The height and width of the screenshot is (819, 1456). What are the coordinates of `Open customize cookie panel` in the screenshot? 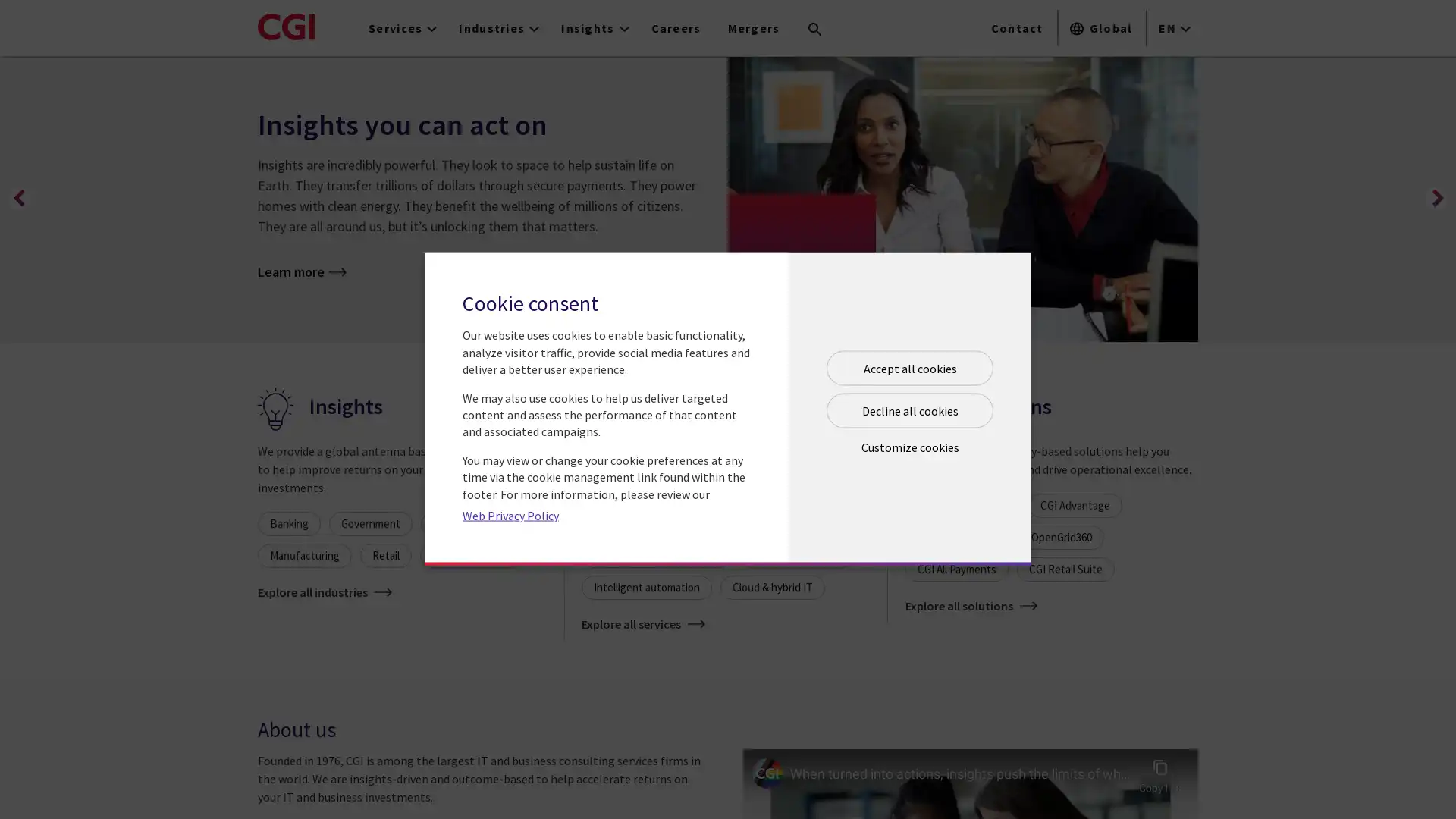 It's located at (910, 448).